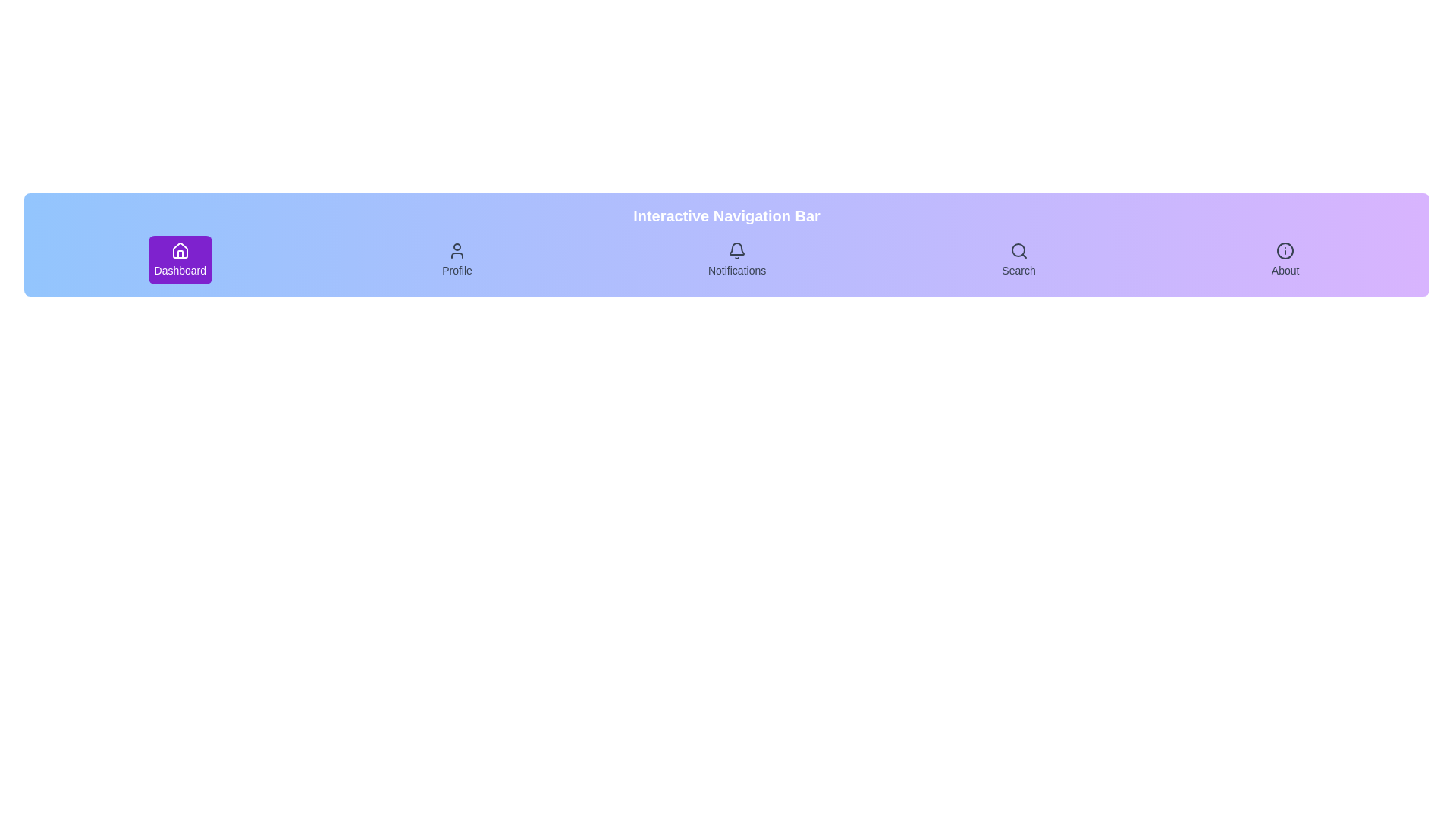 The width and height of the screenshot is (1456, 819). What do you see at coordinates (457, 250) in the screenshot?
I see `the icon of the navigation item Profile` at bounding box center [457, 250].